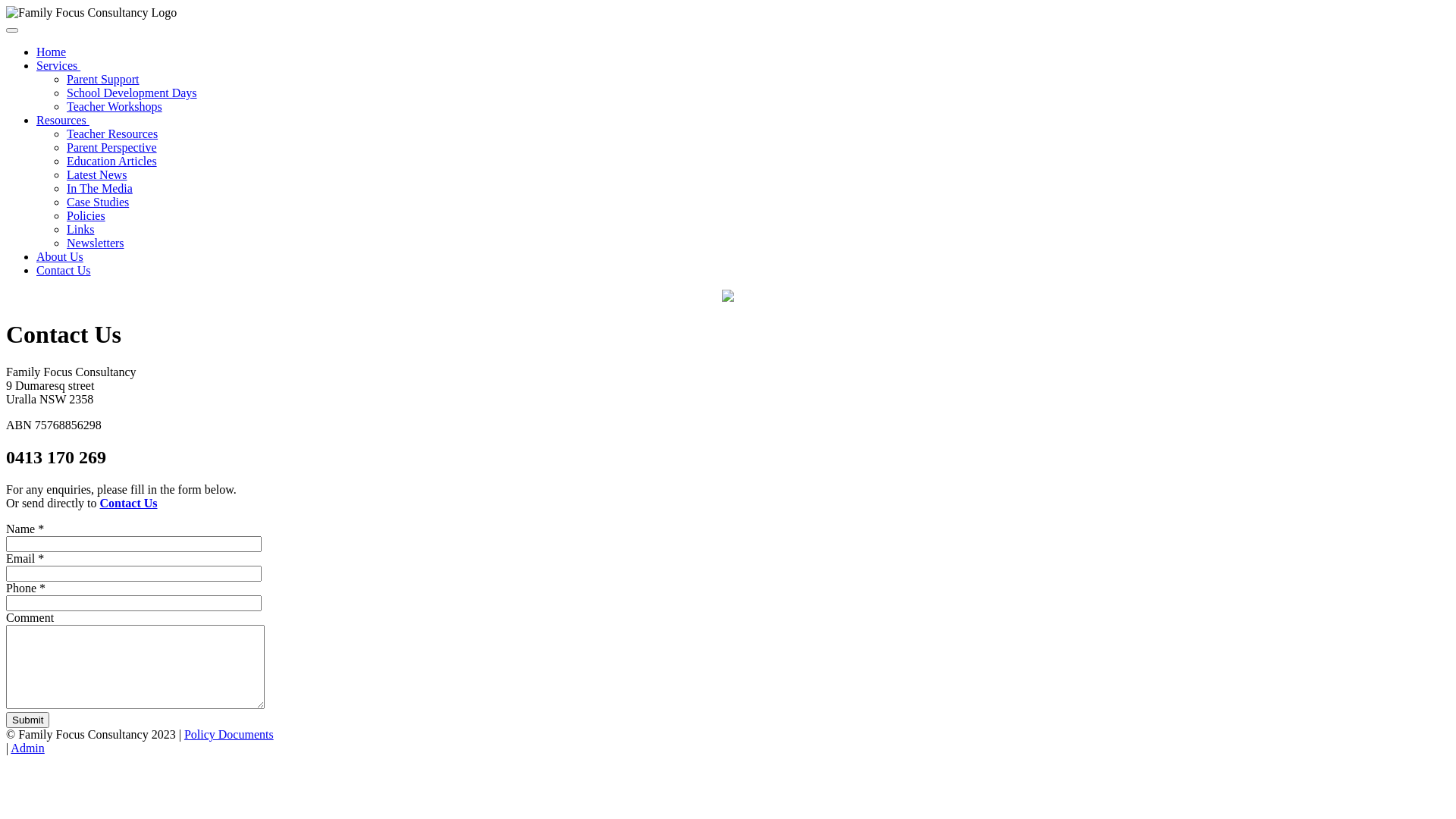 This screenshot has height=819, width=1456. Describe the element at coordinates (58, 64) in the screenshot. I see `'Services '` at that location.